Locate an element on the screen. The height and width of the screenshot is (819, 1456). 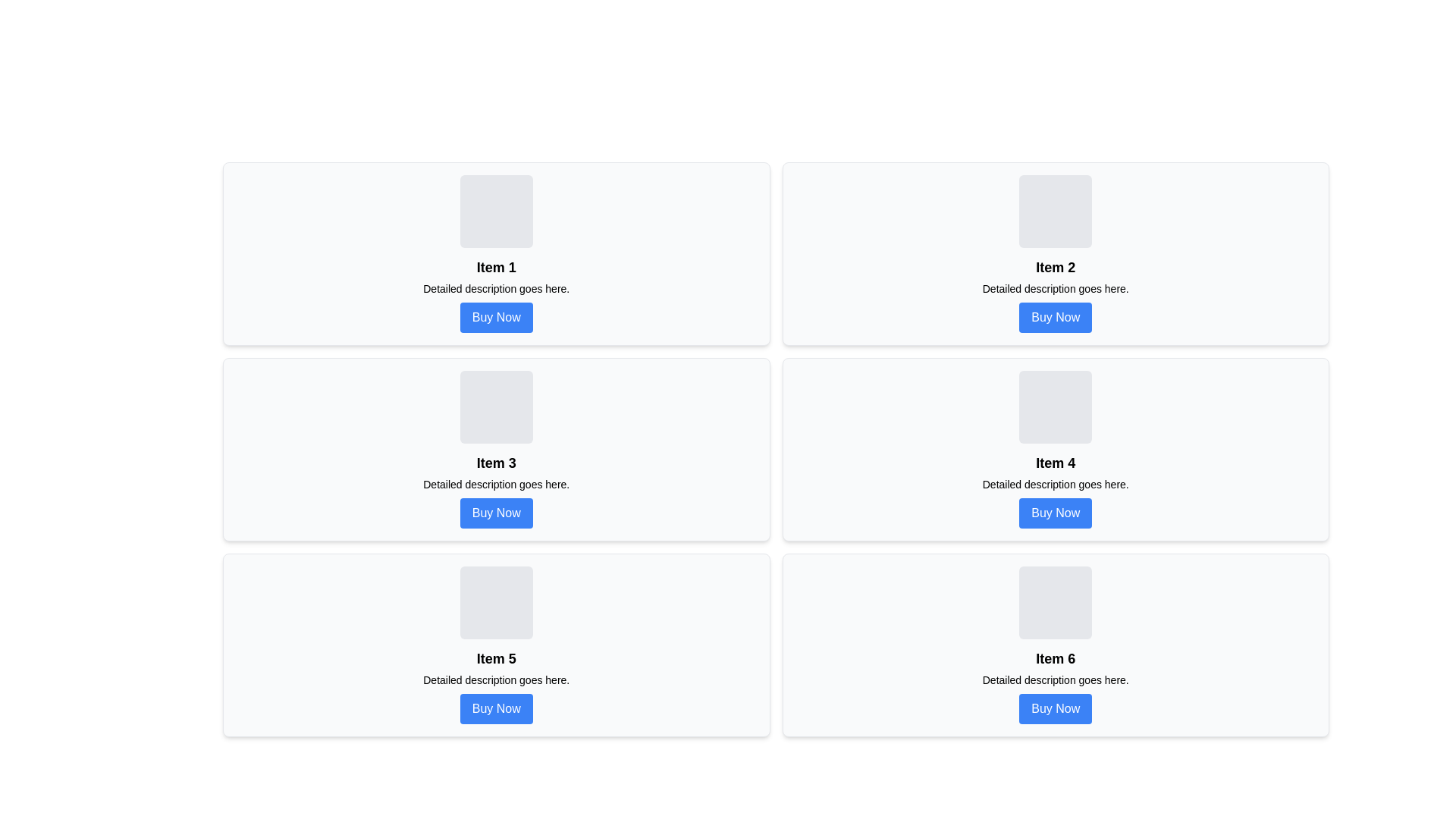
the purchase button located below the description text in the 'Item 1' card positioned in the top-left corner of the interface to observe hover effects is located at coordinates (496, 317).